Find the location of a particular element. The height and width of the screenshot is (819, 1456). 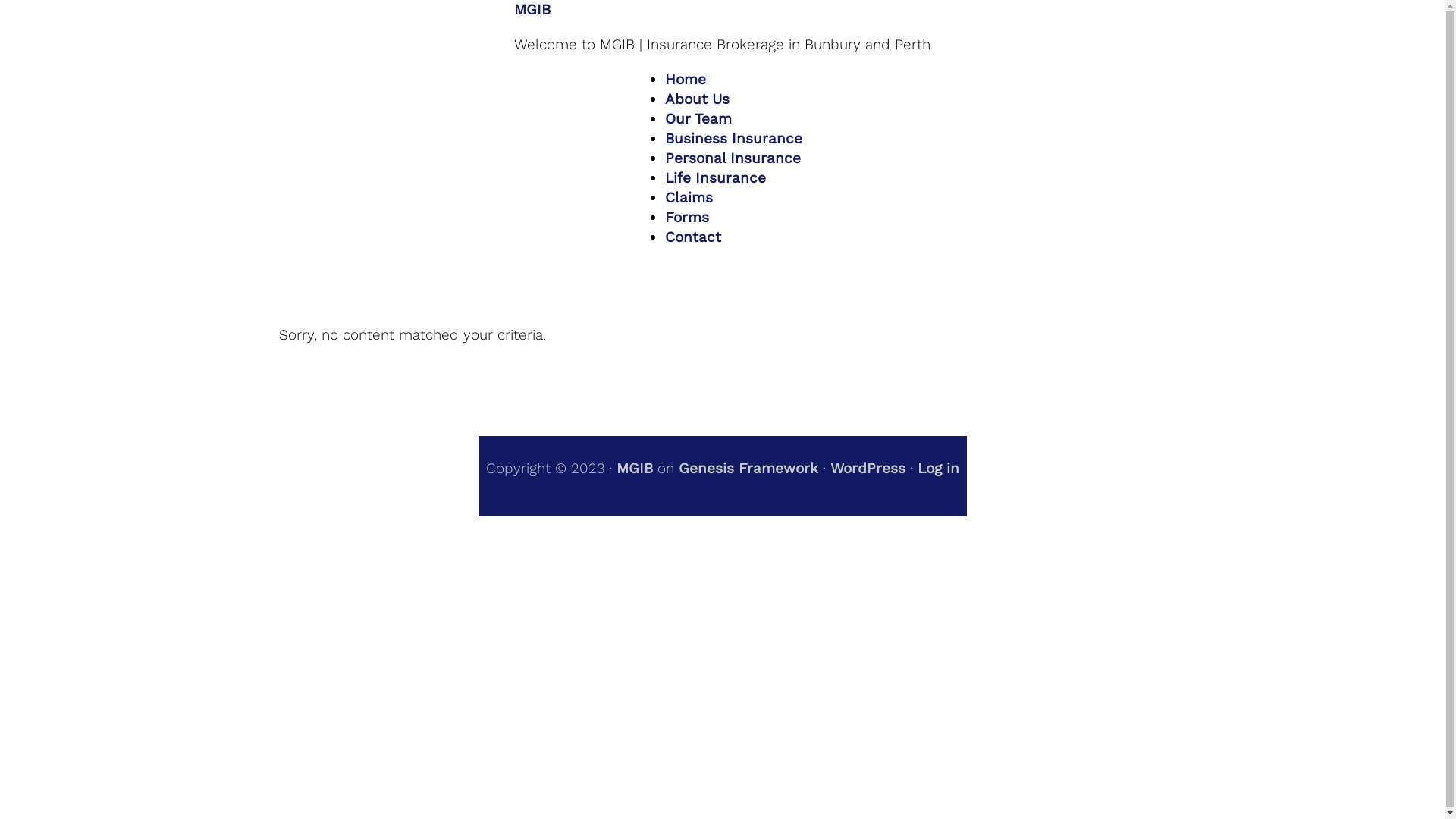

'About Us' is located at coordinates (696, 99).